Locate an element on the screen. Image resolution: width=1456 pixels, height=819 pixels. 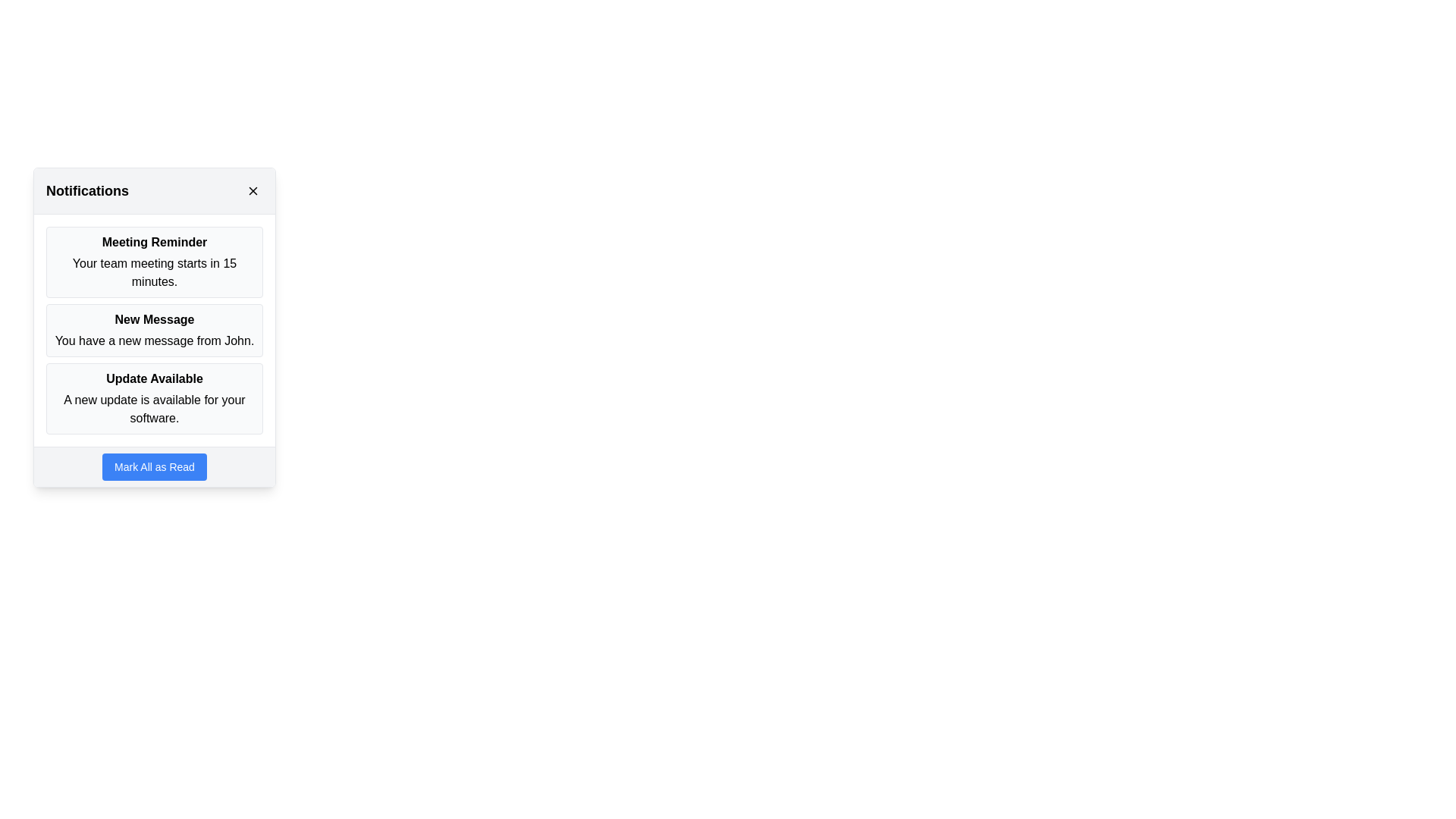
notification content from the third notification item box that displays a software update availability message is located at coordinates (154, 397).